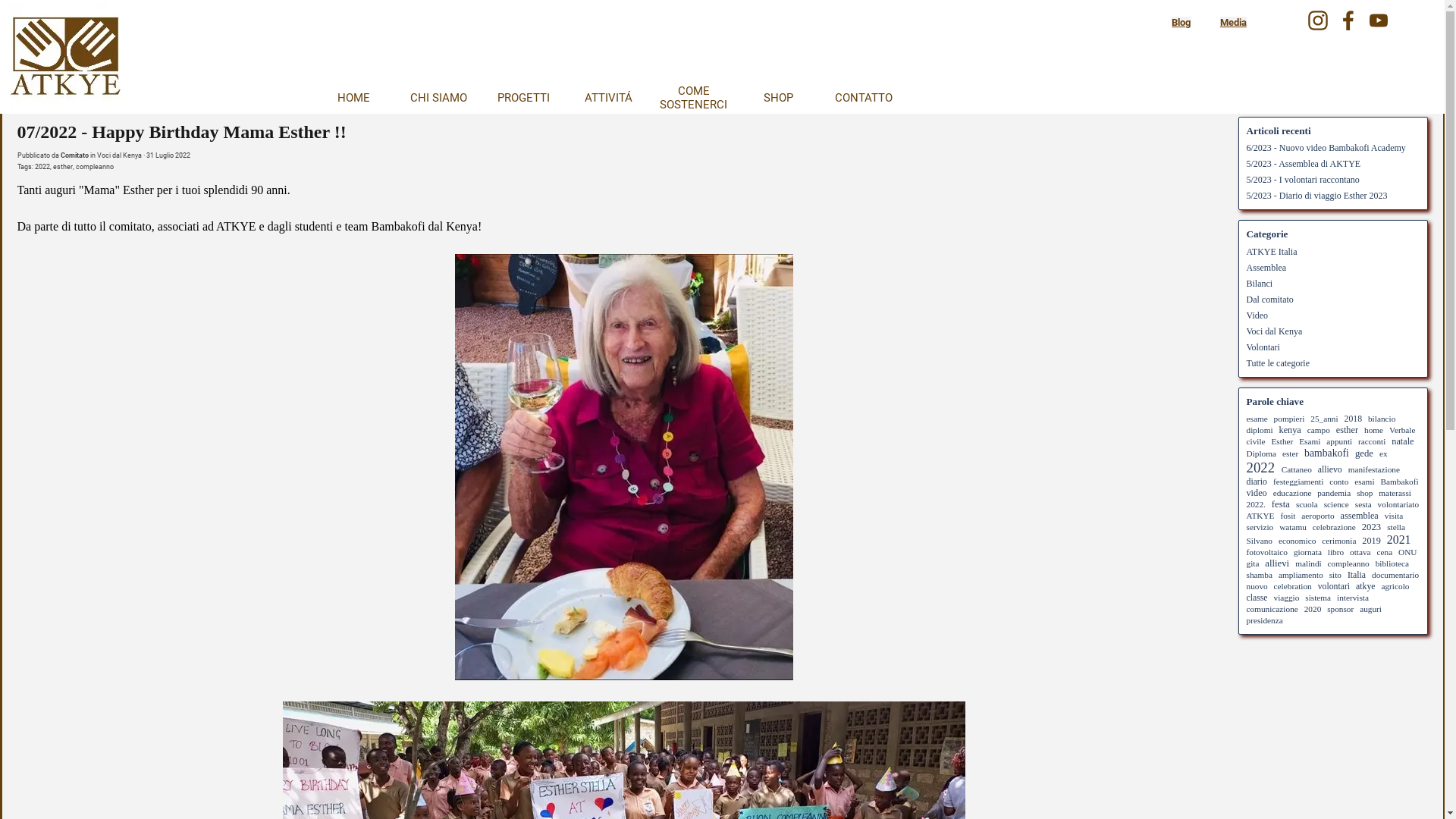  What do you see at coordinates (1302, 178) in the screenshot?
I see `'5/2023 - I volontari raccontano'` at bounding box center [1302, 178].